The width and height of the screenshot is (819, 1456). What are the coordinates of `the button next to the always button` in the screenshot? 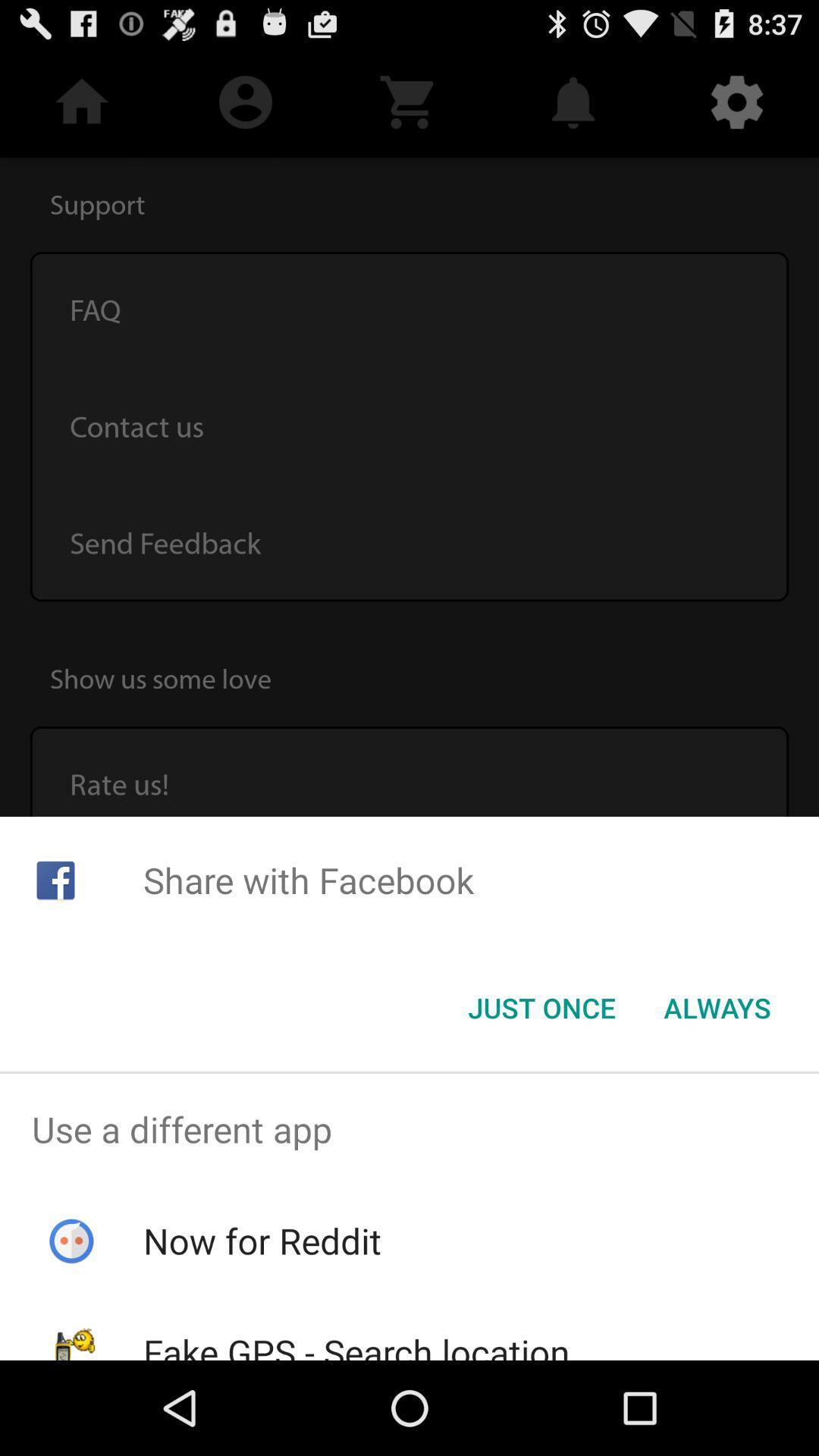 It's located at (541, 1008).